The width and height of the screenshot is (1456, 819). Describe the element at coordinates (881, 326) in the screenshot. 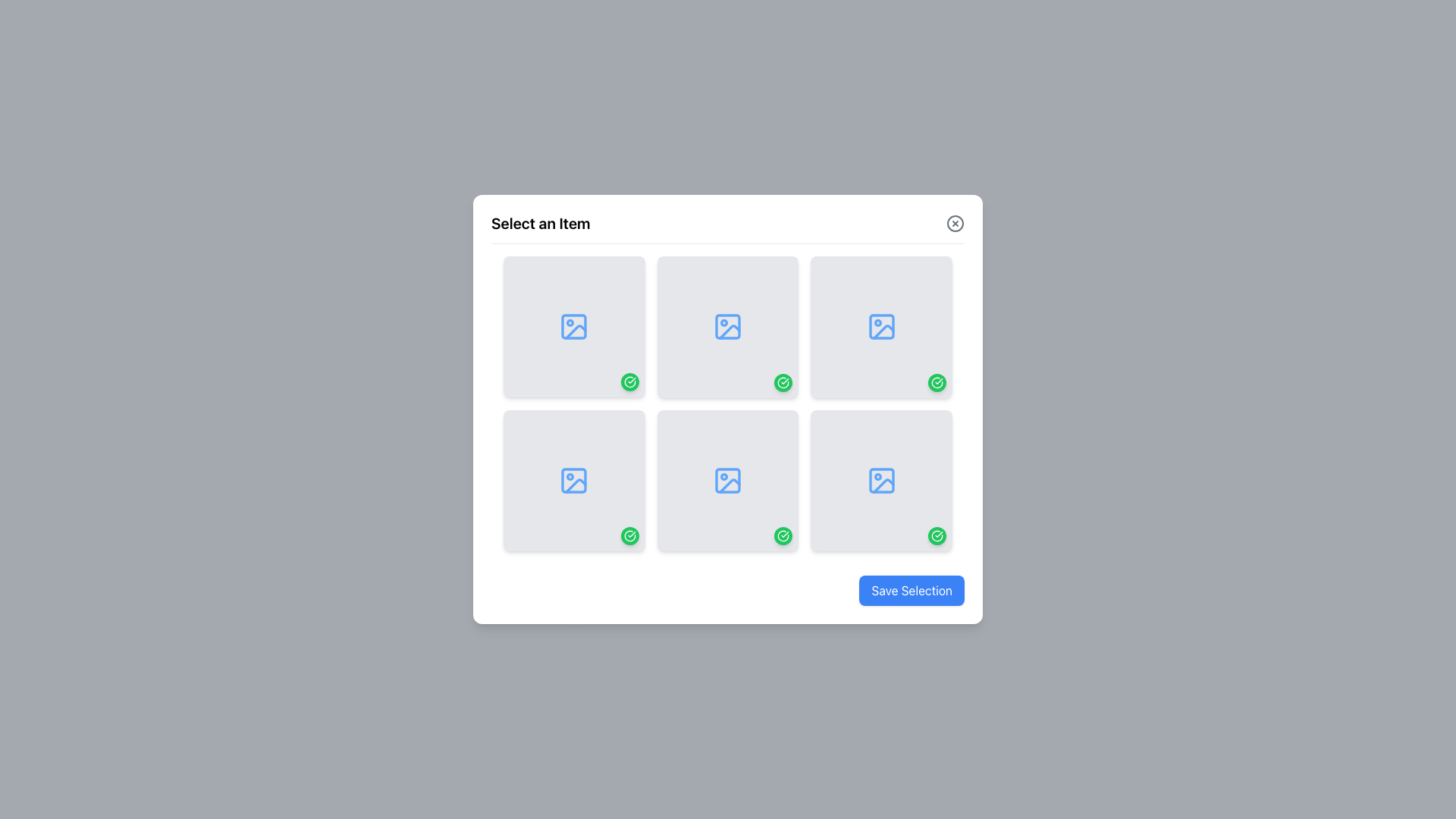

I see `the icon representing a photo or image placeholder located in the top-right corner of the 2x3 grid of selectable items` at that location.